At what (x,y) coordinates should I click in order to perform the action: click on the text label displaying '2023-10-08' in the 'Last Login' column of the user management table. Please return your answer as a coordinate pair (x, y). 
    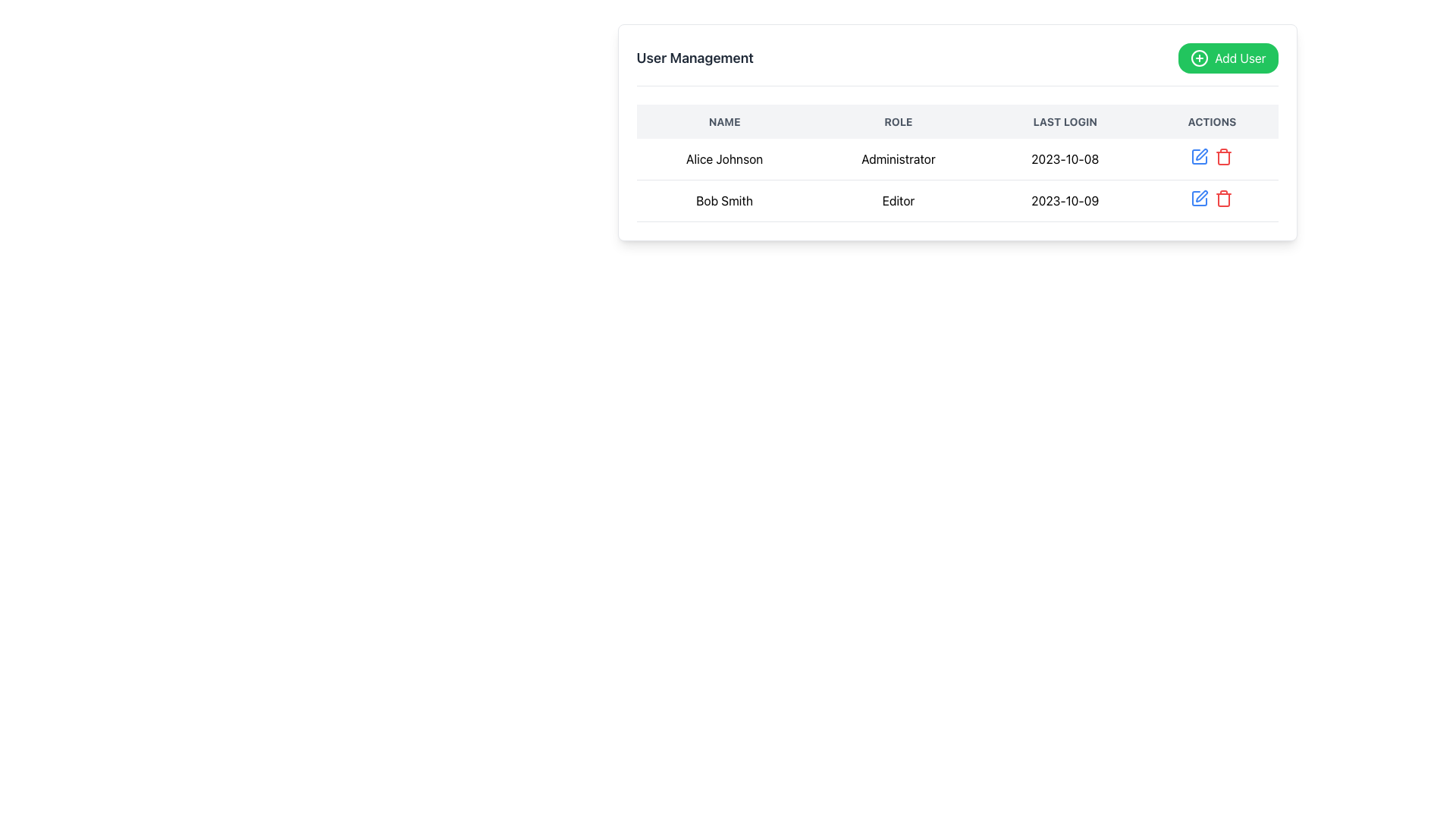
    Looking at the image, I should click on (1064, 159).